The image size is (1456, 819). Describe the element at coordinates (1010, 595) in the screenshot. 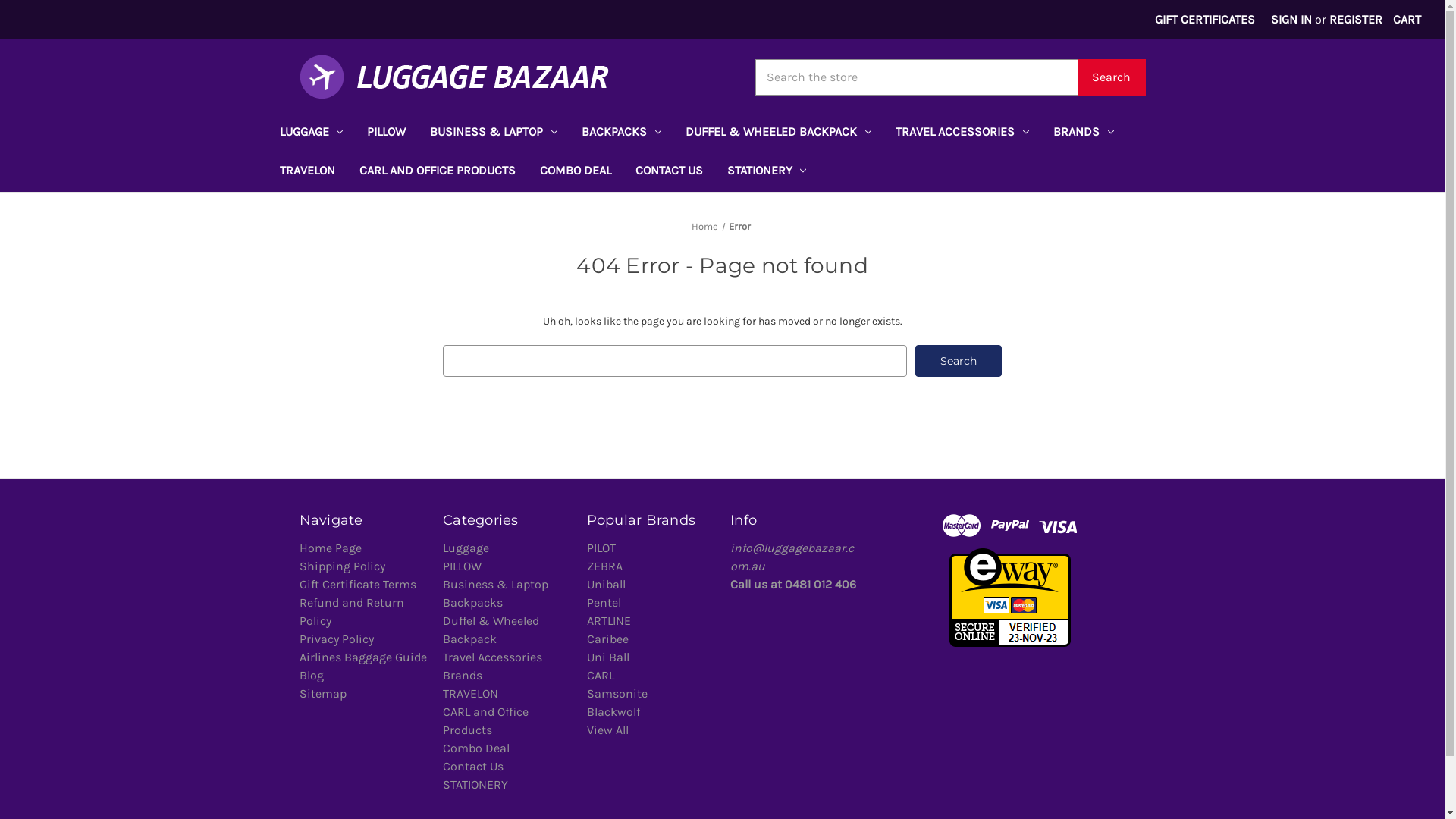

I see `'eWAY Payment Gateway'` at that location.